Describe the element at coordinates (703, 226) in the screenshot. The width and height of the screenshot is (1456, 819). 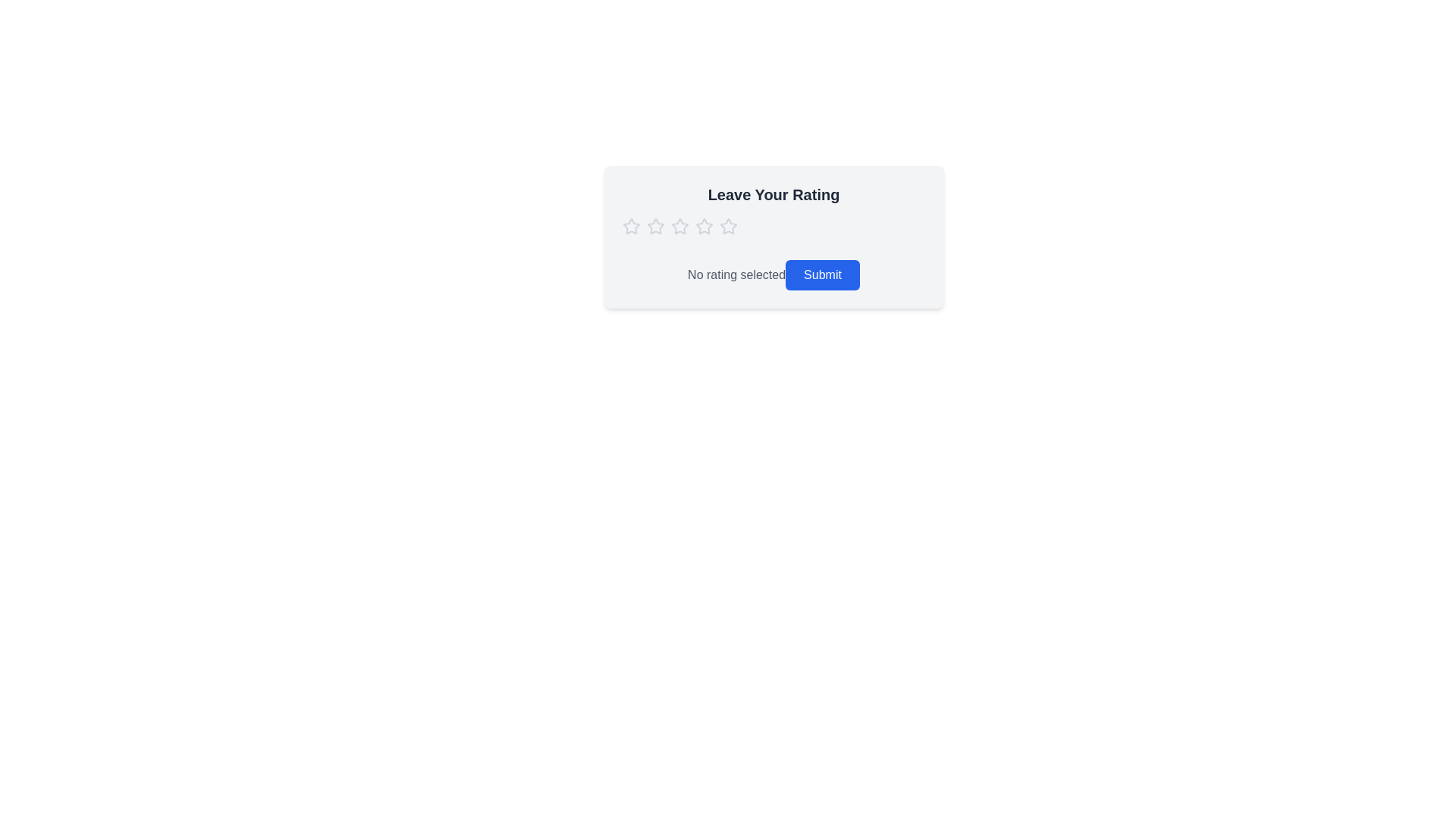
I see `the second star icon in the rating section under 'Leave Your Rating'` at that location.